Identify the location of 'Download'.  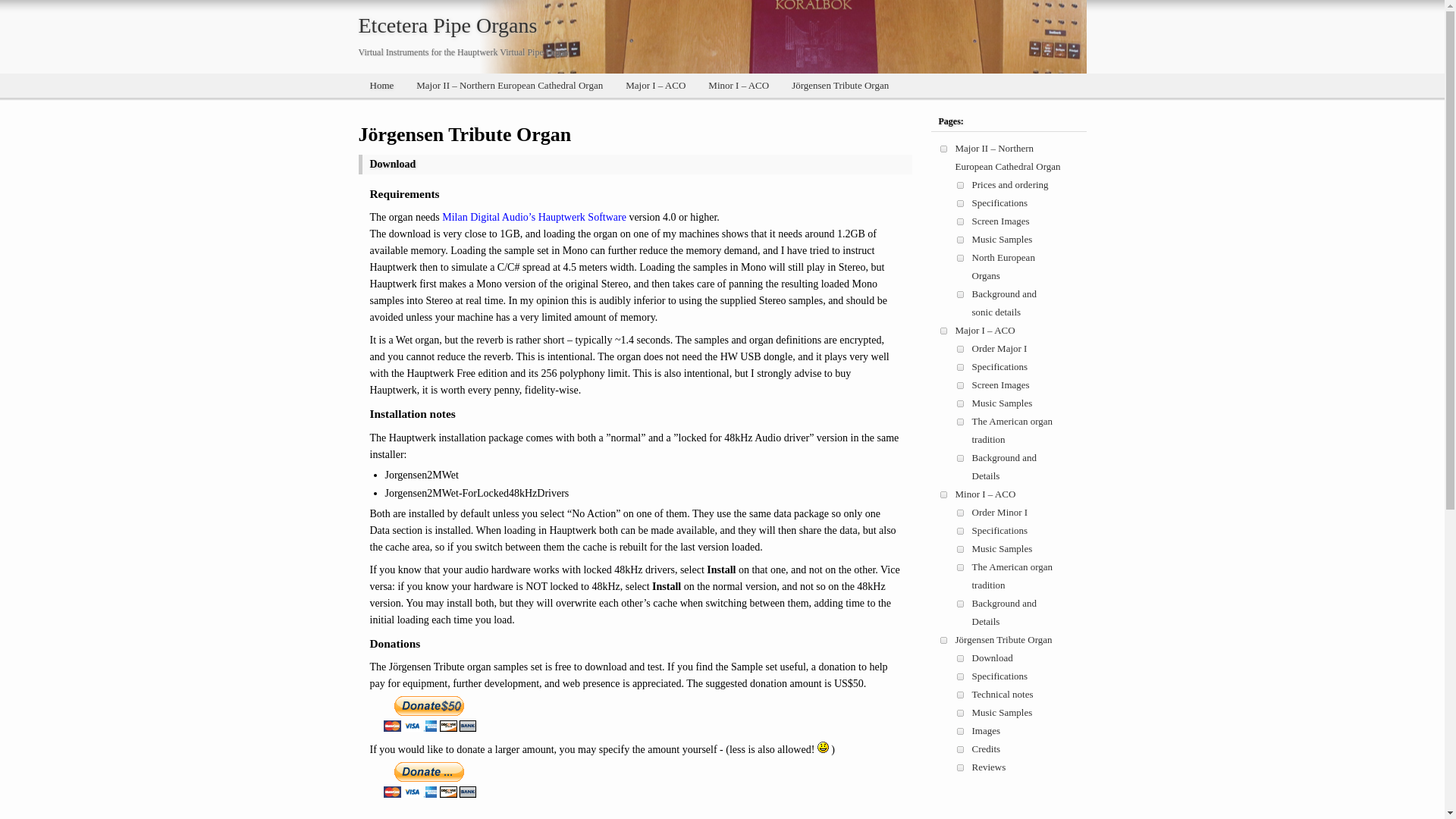
(993, 657).